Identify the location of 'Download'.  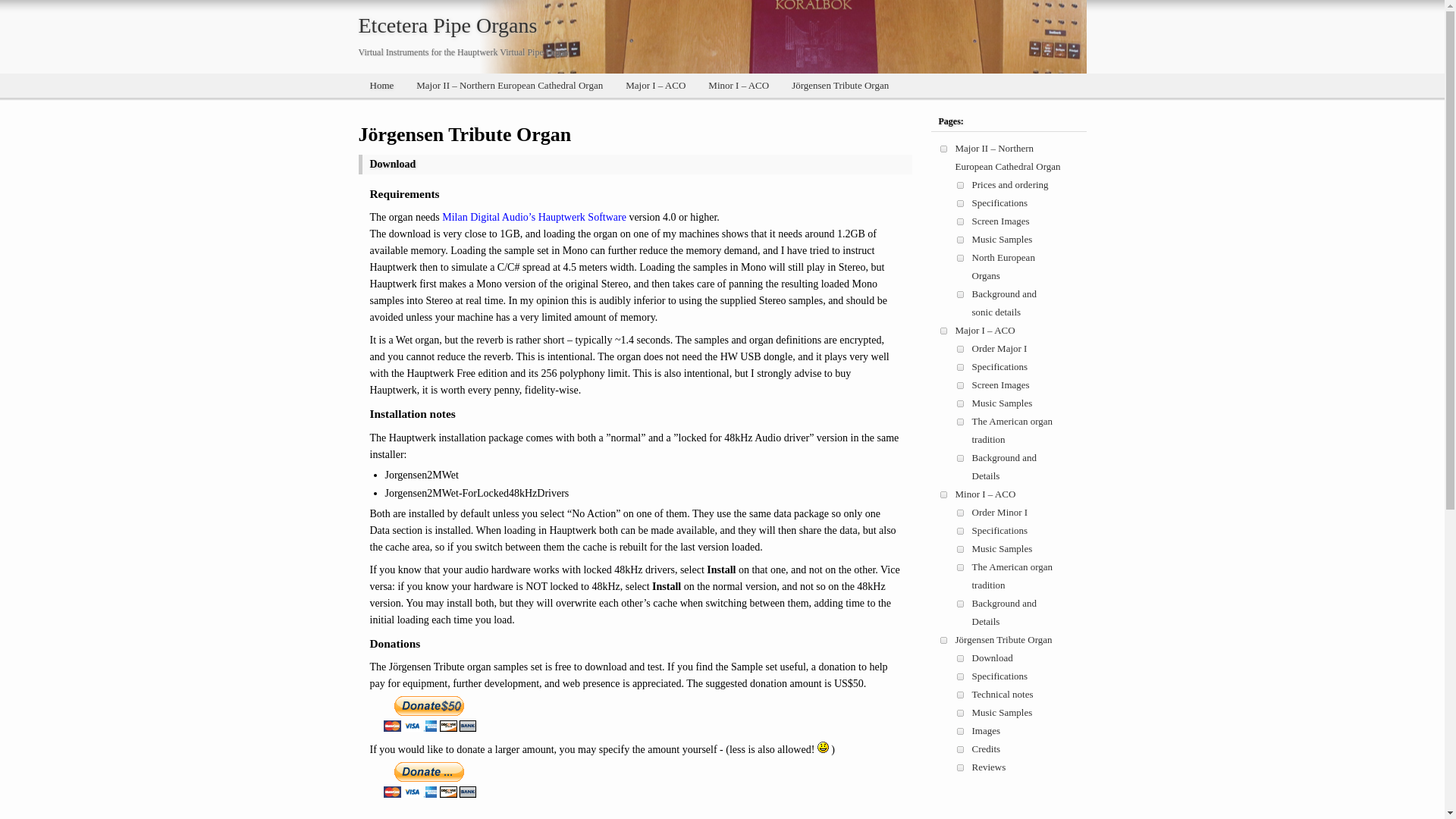
(993, 657).